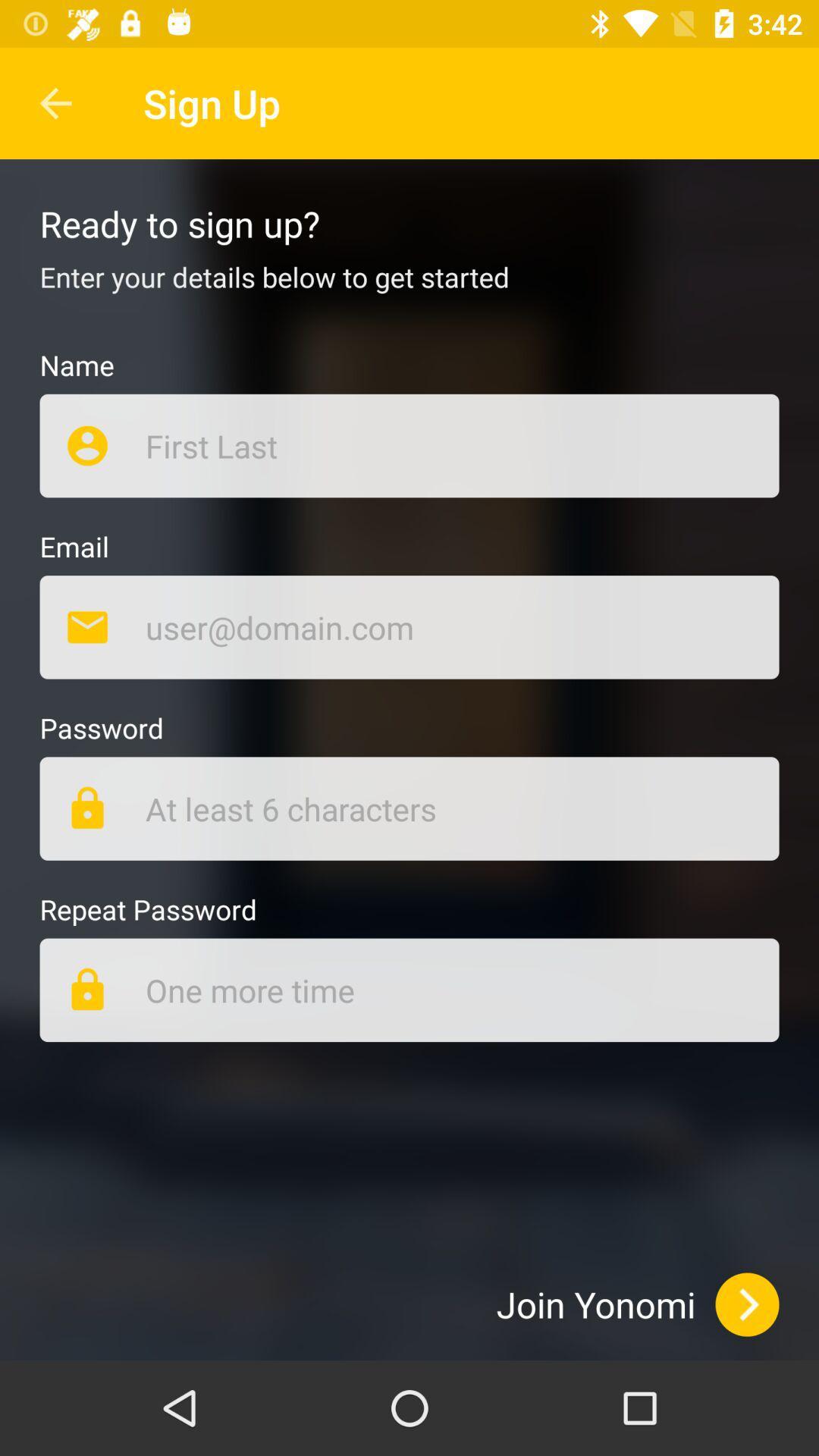  Describe the element at coordinates (746, 1304) in the screenshot. I see `the arrow_forward icon` at that location.